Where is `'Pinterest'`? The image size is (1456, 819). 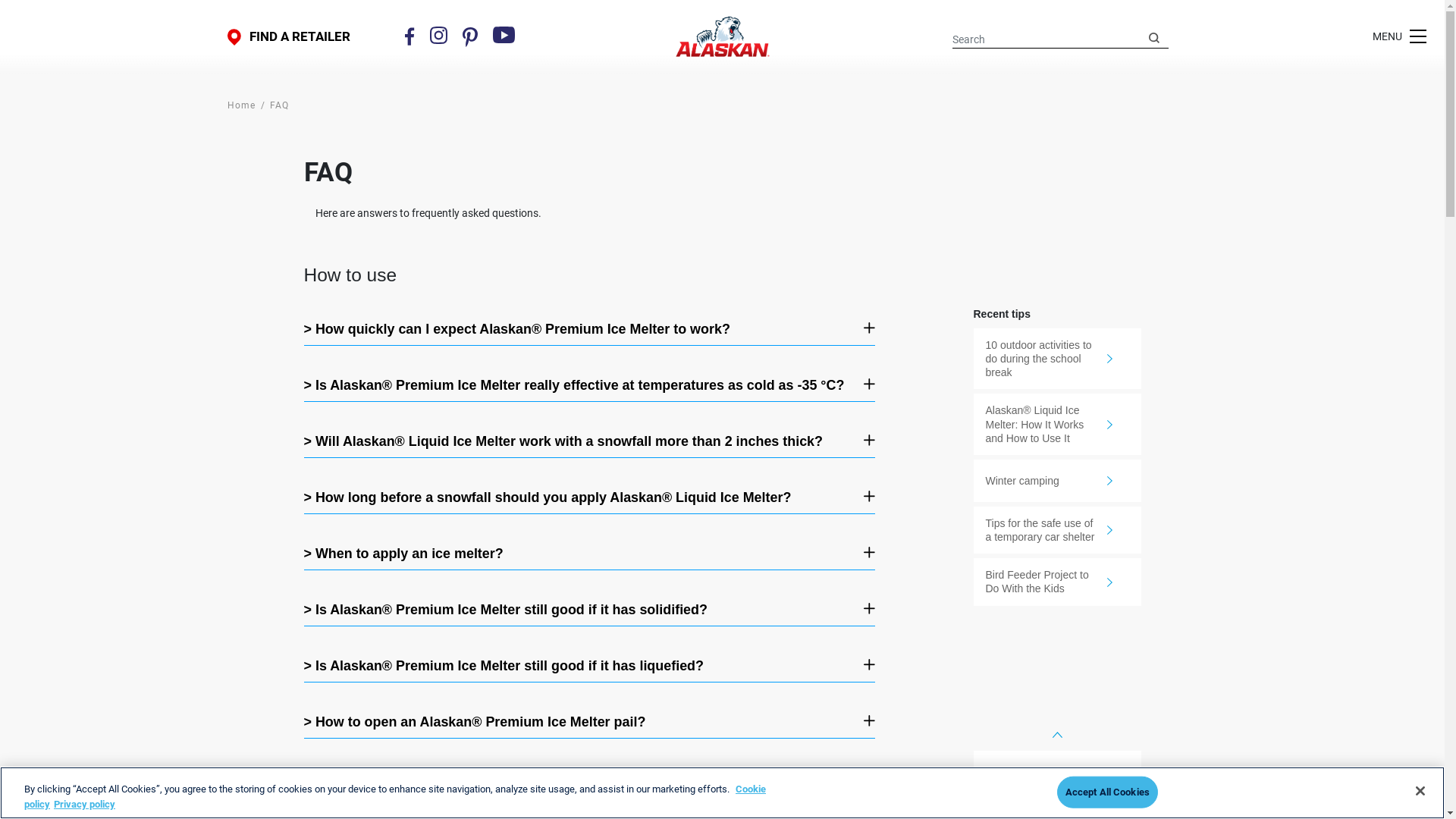
'Pinterest' is located at coordinates (461, 36).